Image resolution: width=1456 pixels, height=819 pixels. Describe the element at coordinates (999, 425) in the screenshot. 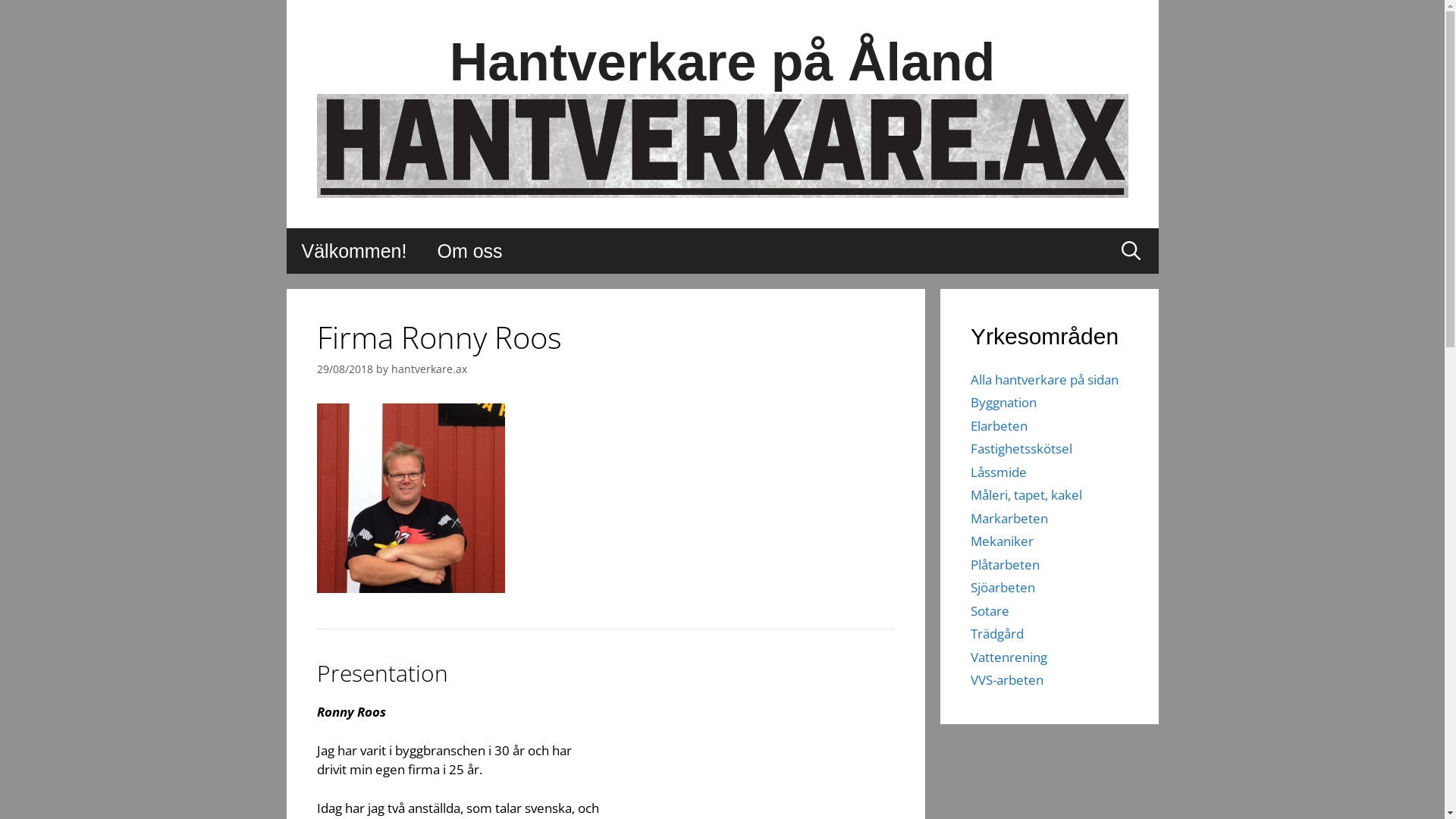

I see `'Elarbeten'` at that location.